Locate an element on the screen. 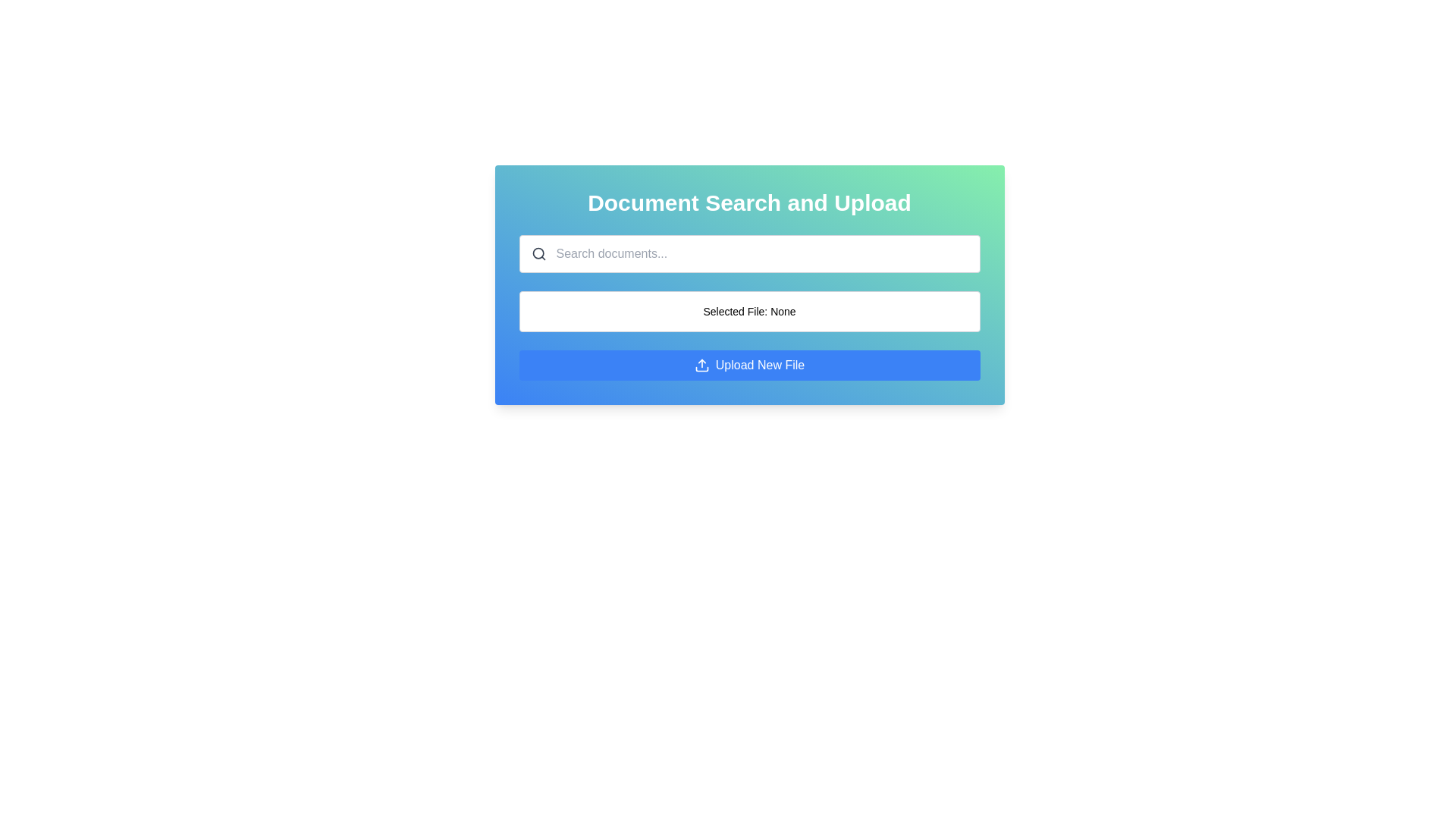  the magnifying glass icon located inside the search field, positioned to the left of the placeholder text 'Search documents...' is located at coordinates (538, 253).